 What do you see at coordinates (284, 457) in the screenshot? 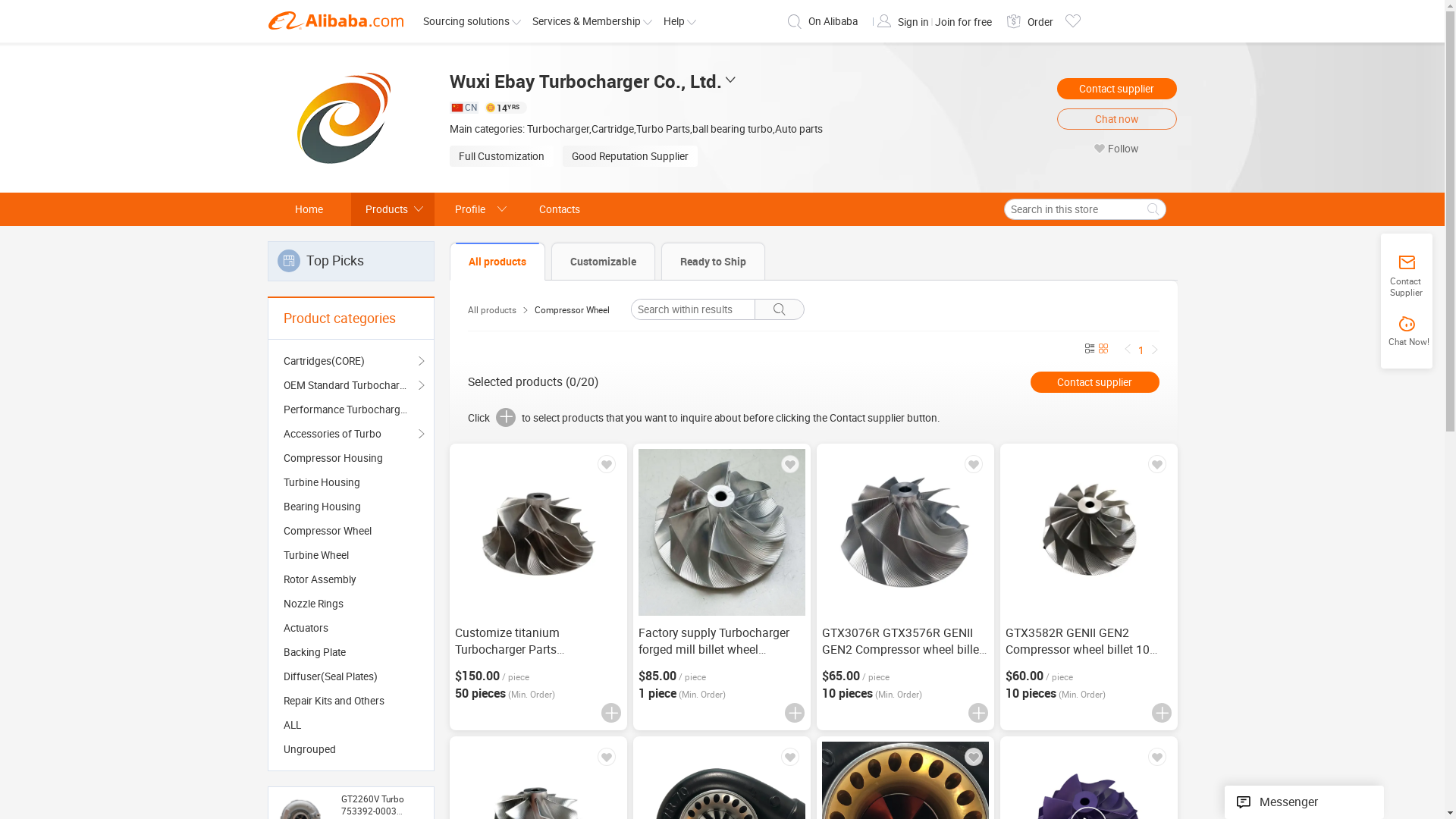
I see `'Compressor Housing'` at bounding box center [284, 457].